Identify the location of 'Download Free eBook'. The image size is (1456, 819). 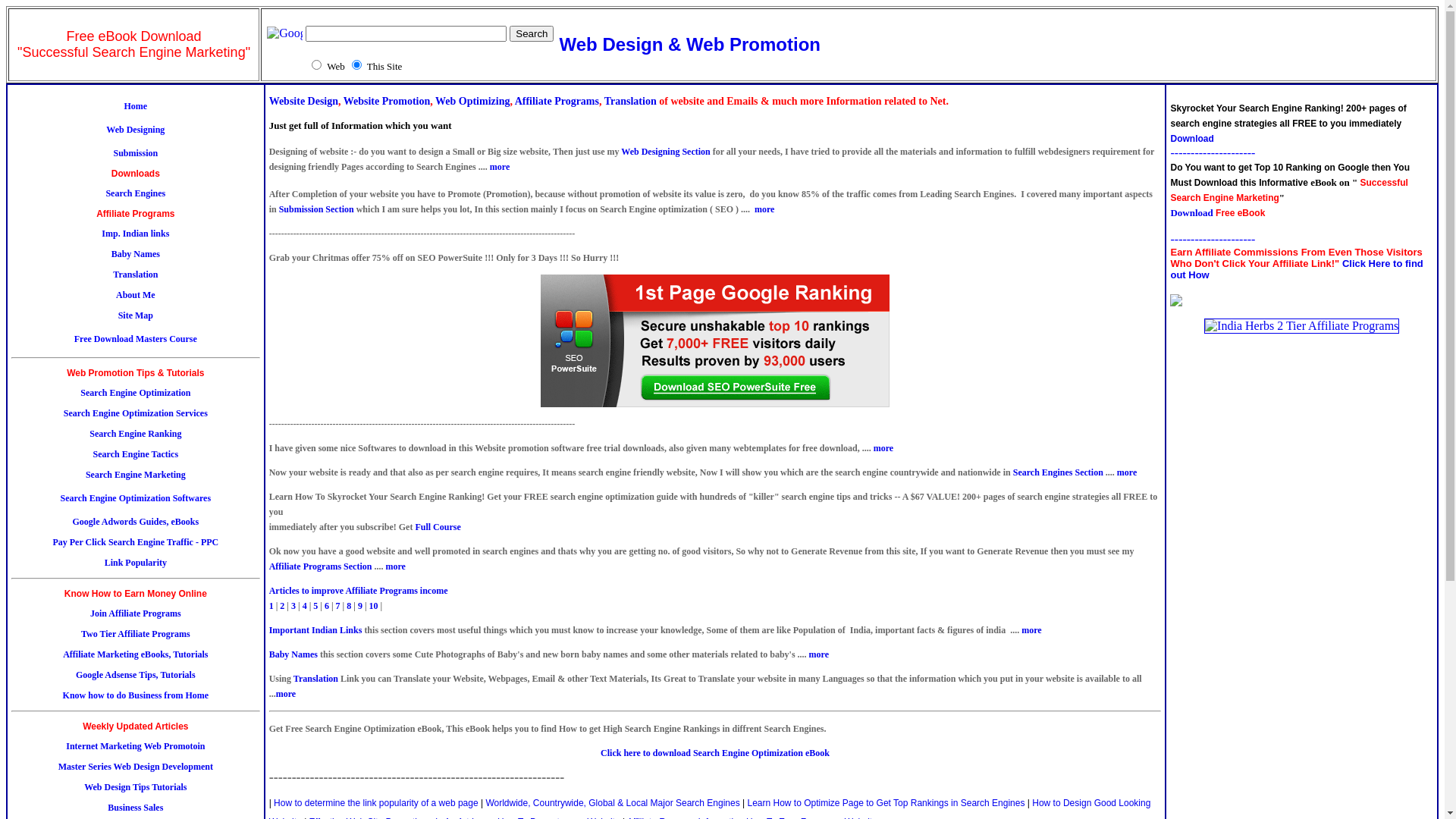
(1217, 212).